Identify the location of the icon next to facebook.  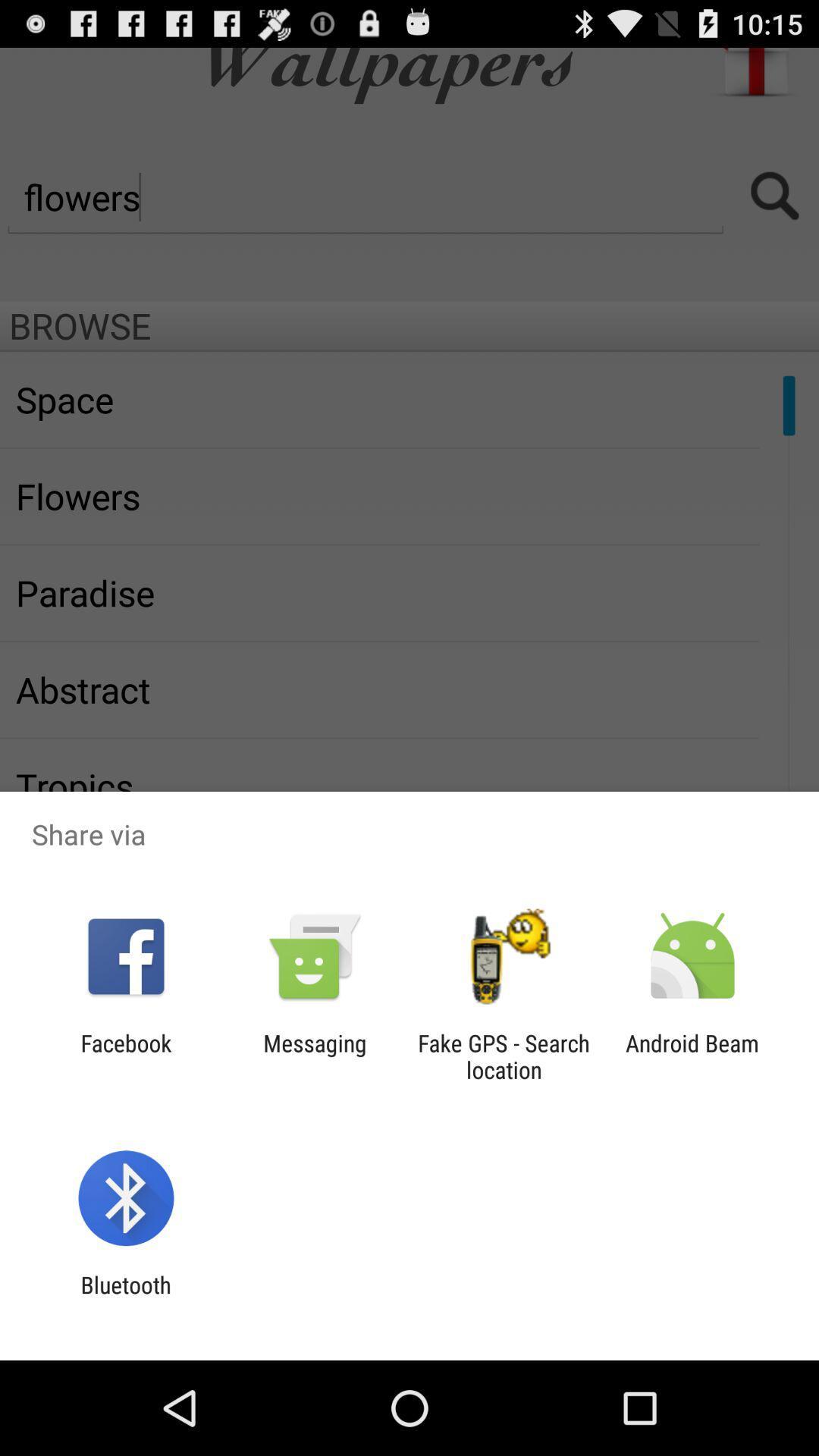
(314, 1056).